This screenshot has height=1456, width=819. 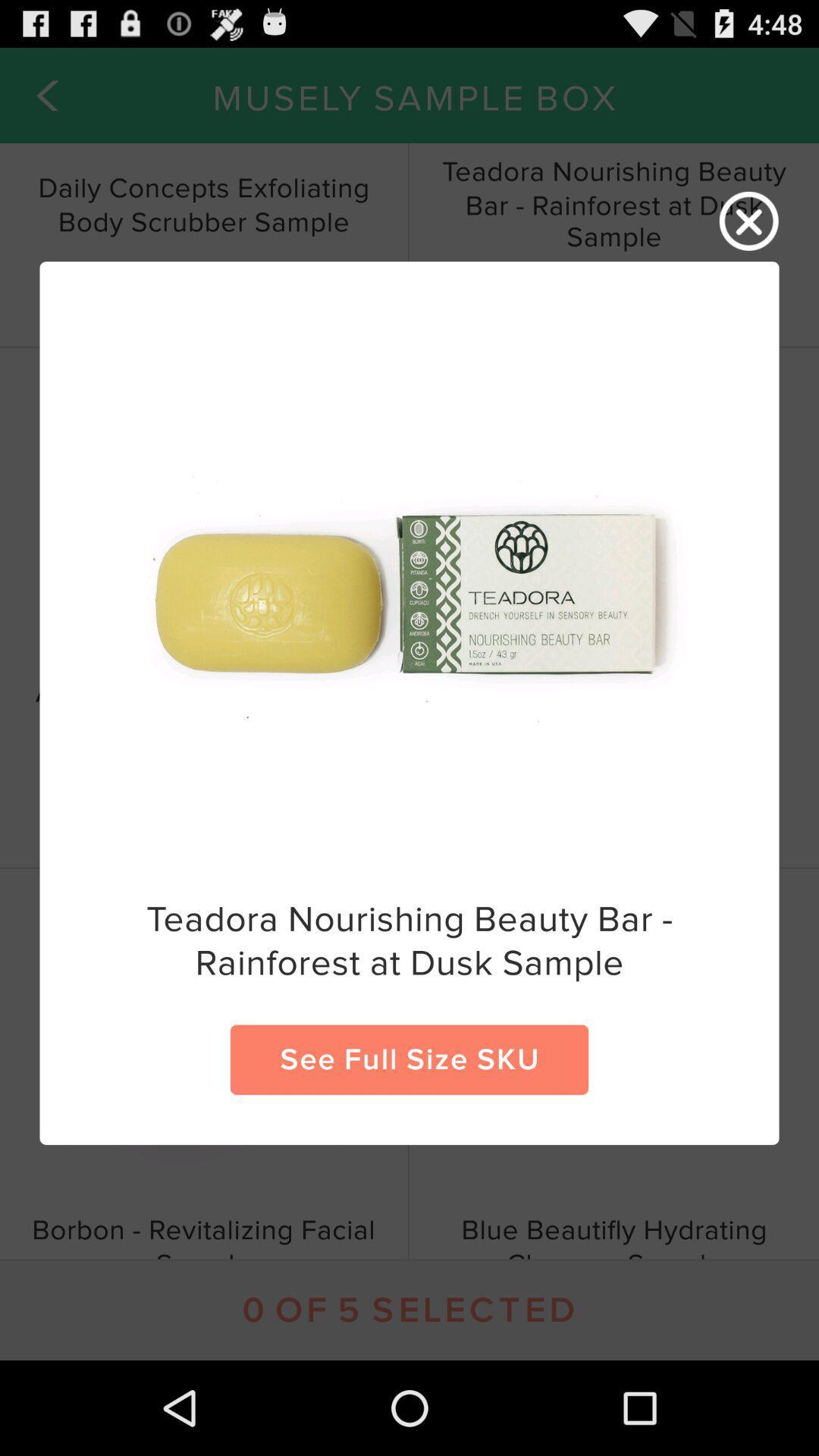 I want to click on see full size icon, so click(x=409, y=1059).